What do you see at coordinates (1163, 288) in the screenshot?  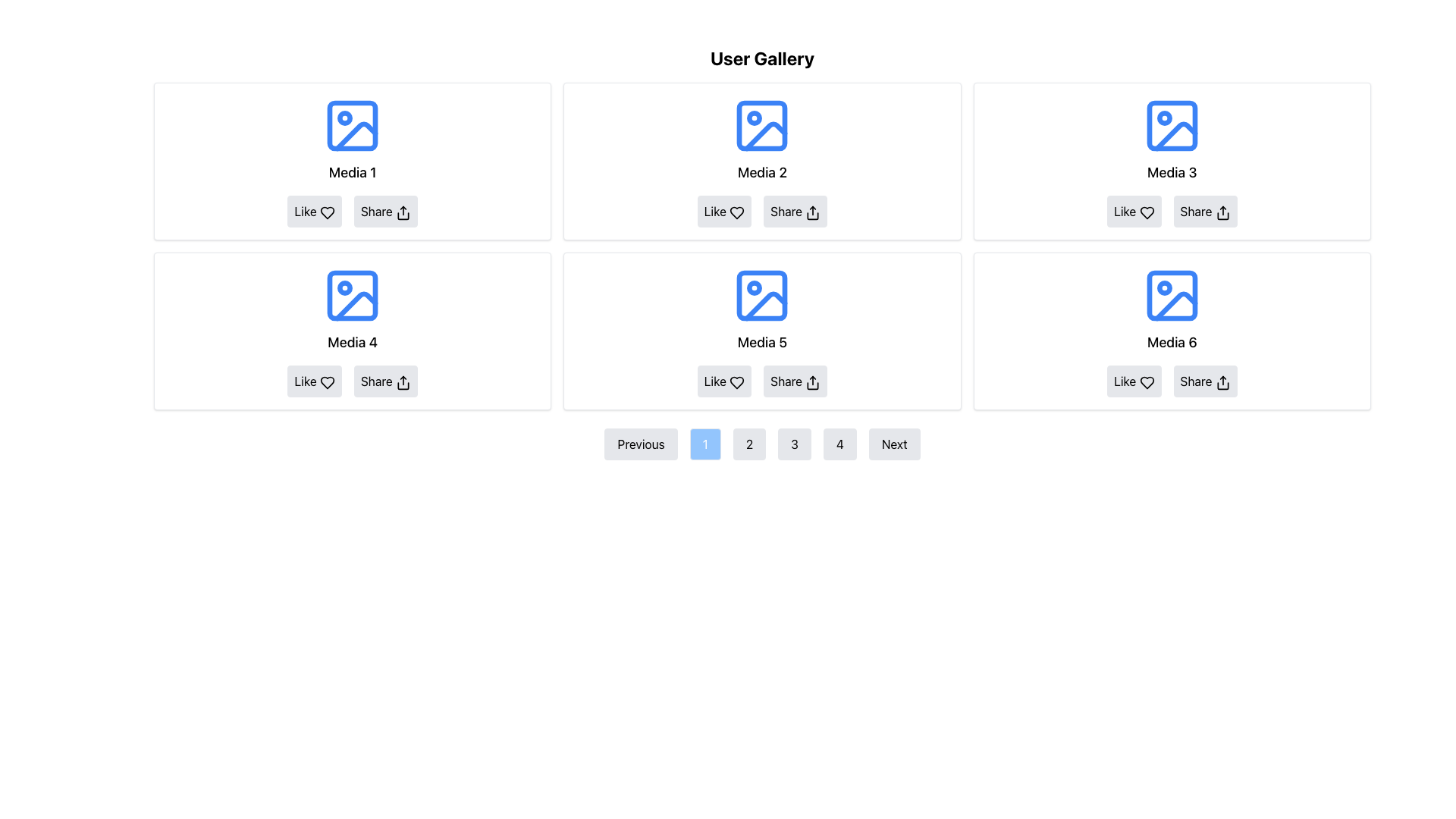 I see `the small circular dot within the blue-framed icon representing an image, located in the top right portion of the icon for item 'Media 6' in the media gallery` at bounding box center [1163, 288].